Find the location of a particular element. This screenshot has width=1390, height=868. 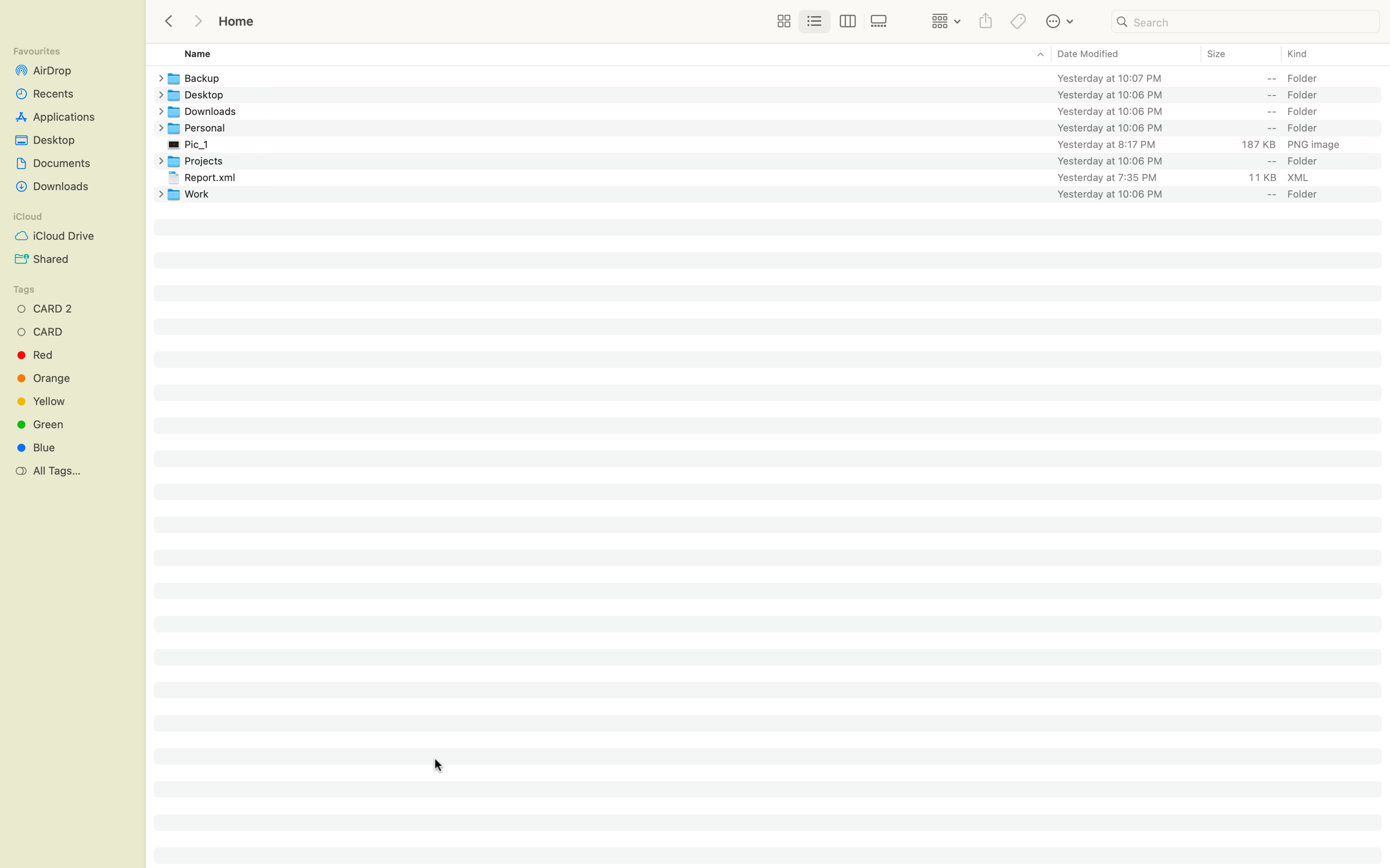

up the Downloads folder to reveal its items is located at coordinates (158, 111).